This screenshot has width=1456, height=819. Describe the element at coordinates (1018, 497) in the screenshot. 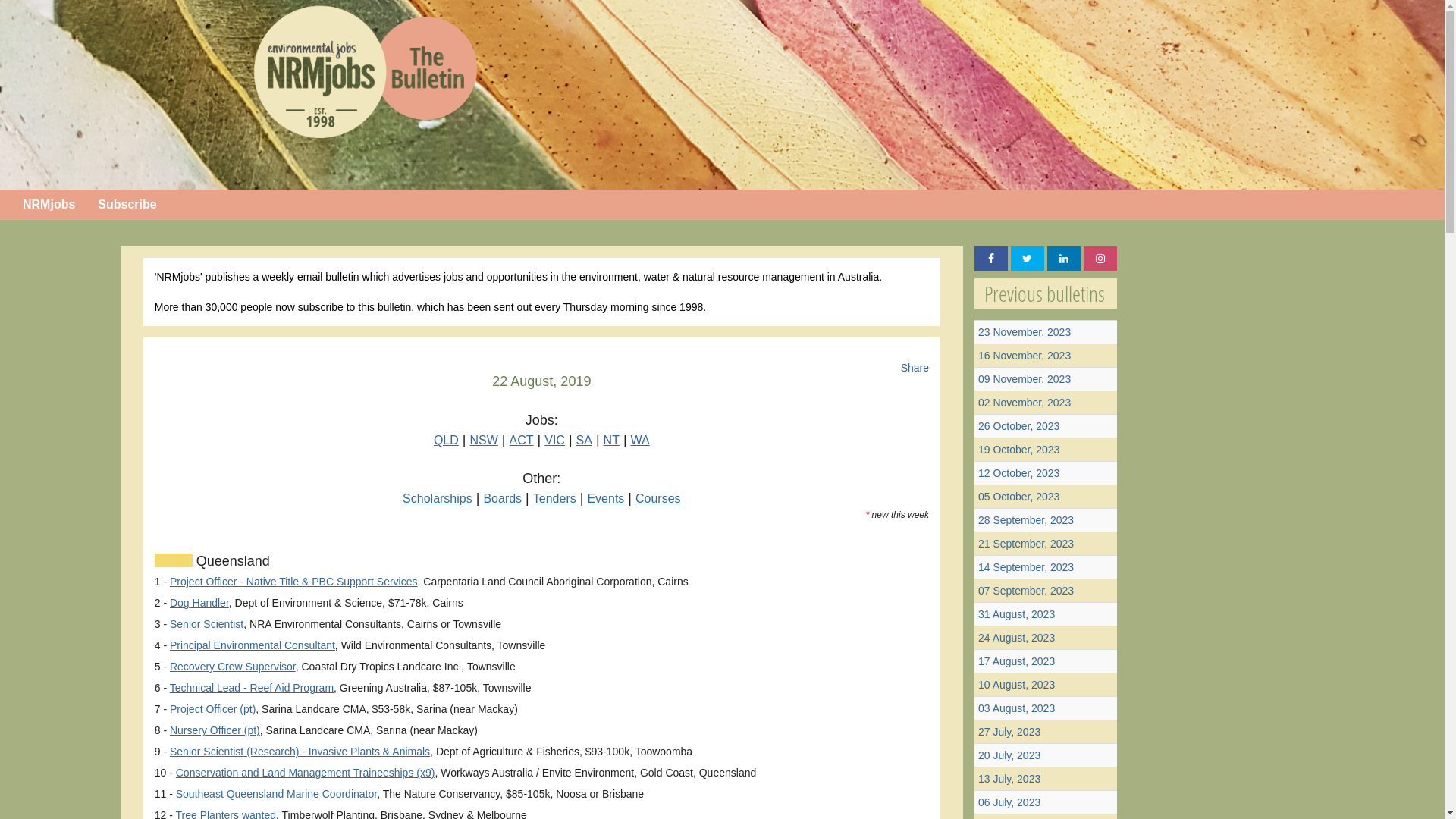

I see `'05 October, 2023'` at that location.